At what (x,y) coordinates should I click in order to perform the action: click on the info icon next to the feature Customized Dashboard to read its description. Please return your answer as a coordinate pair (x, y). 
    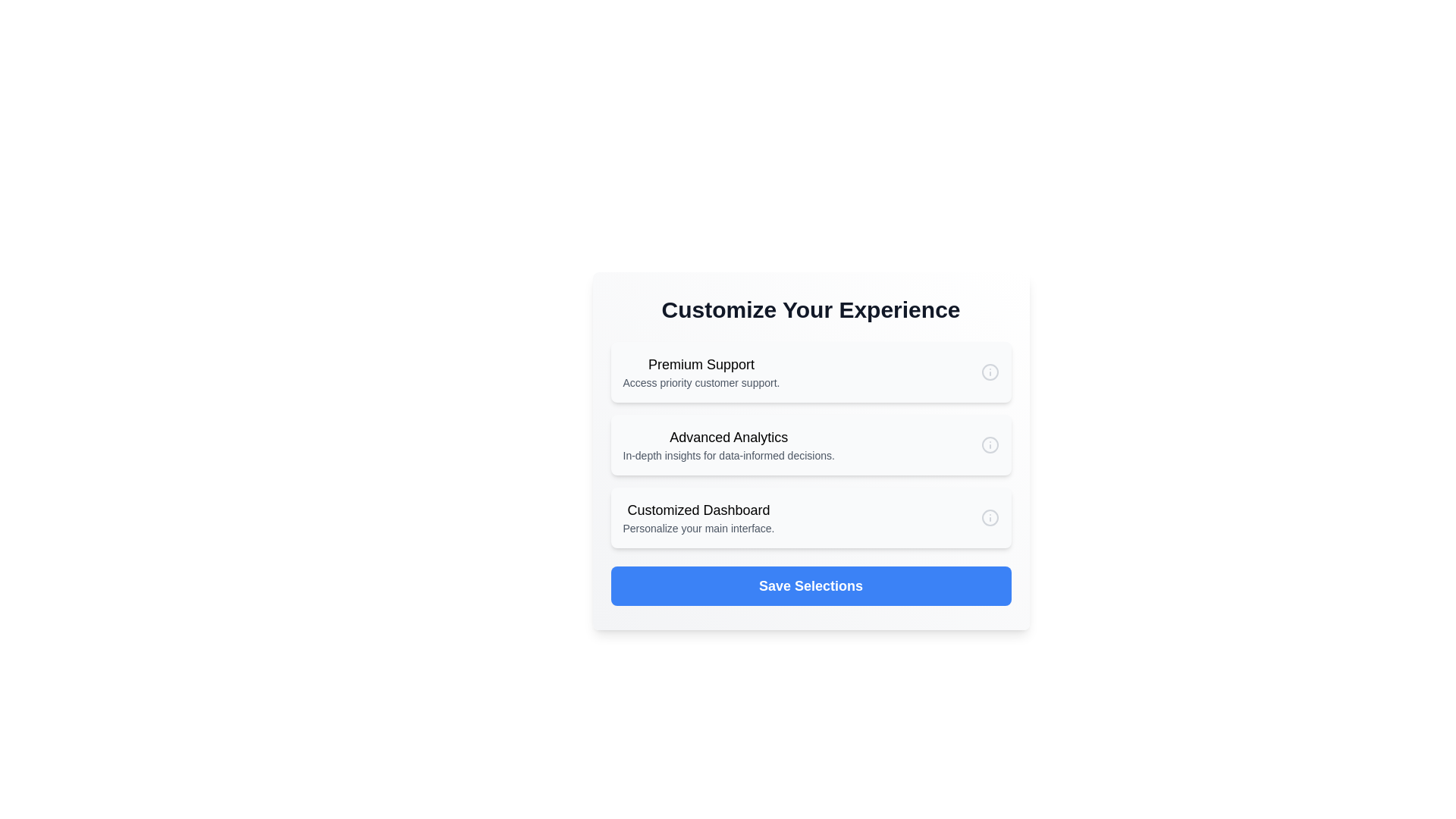
    Looking at the image, I should click on (990, 516).